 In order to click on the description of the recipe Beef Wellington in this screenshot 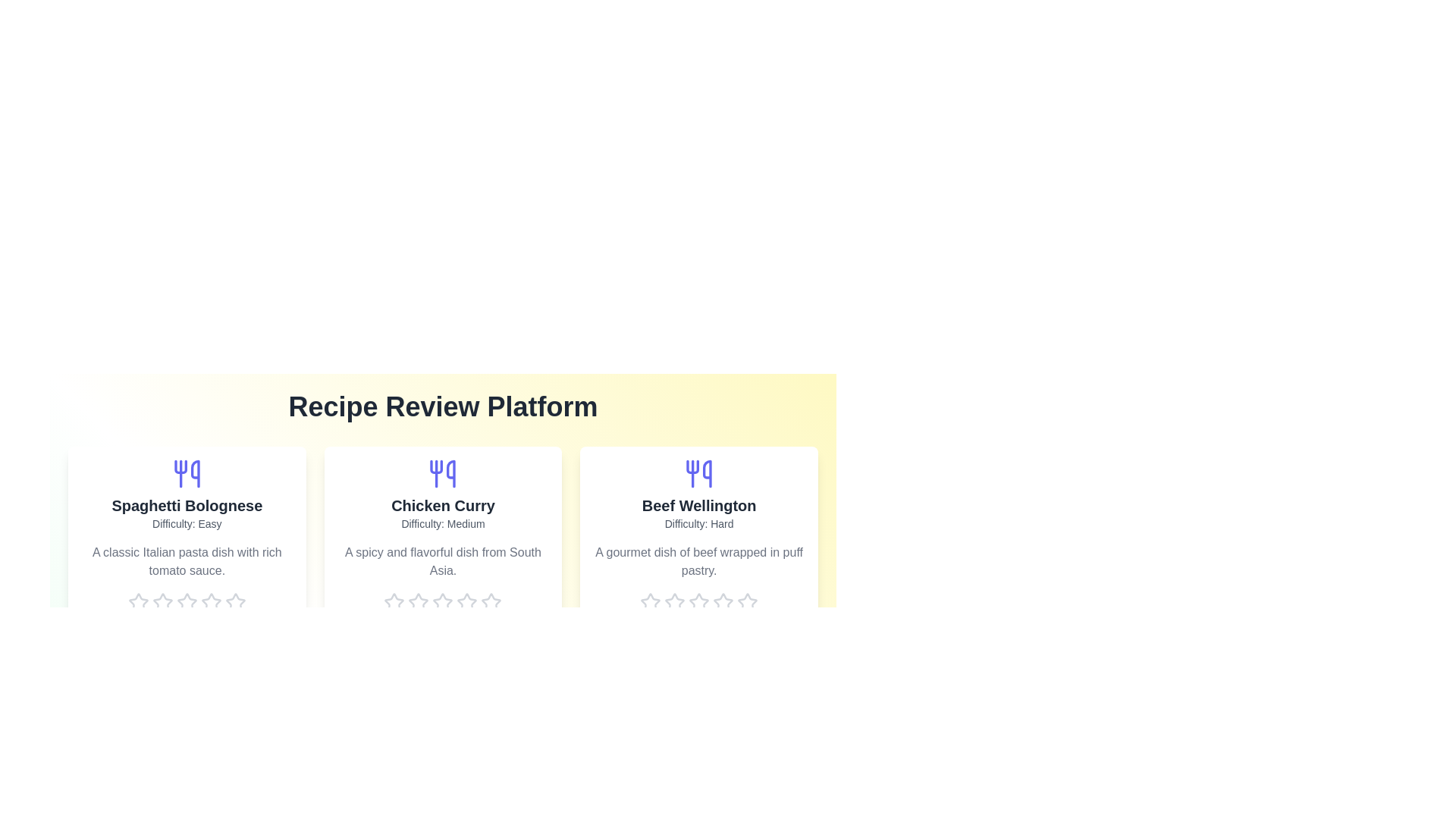, I will do `click(698, 561)`.